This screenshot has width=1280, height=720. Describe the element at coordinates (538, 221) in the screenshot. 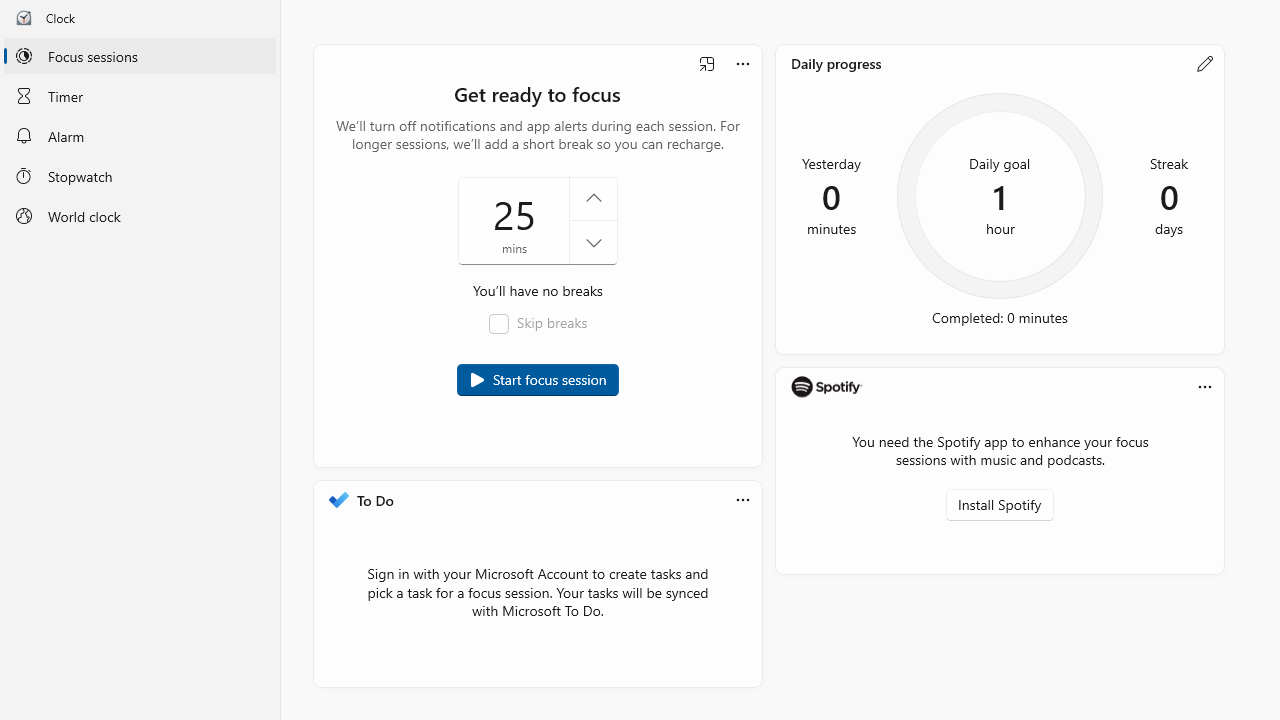

I see `'AutomationID: FullNumberBox'` at that location.